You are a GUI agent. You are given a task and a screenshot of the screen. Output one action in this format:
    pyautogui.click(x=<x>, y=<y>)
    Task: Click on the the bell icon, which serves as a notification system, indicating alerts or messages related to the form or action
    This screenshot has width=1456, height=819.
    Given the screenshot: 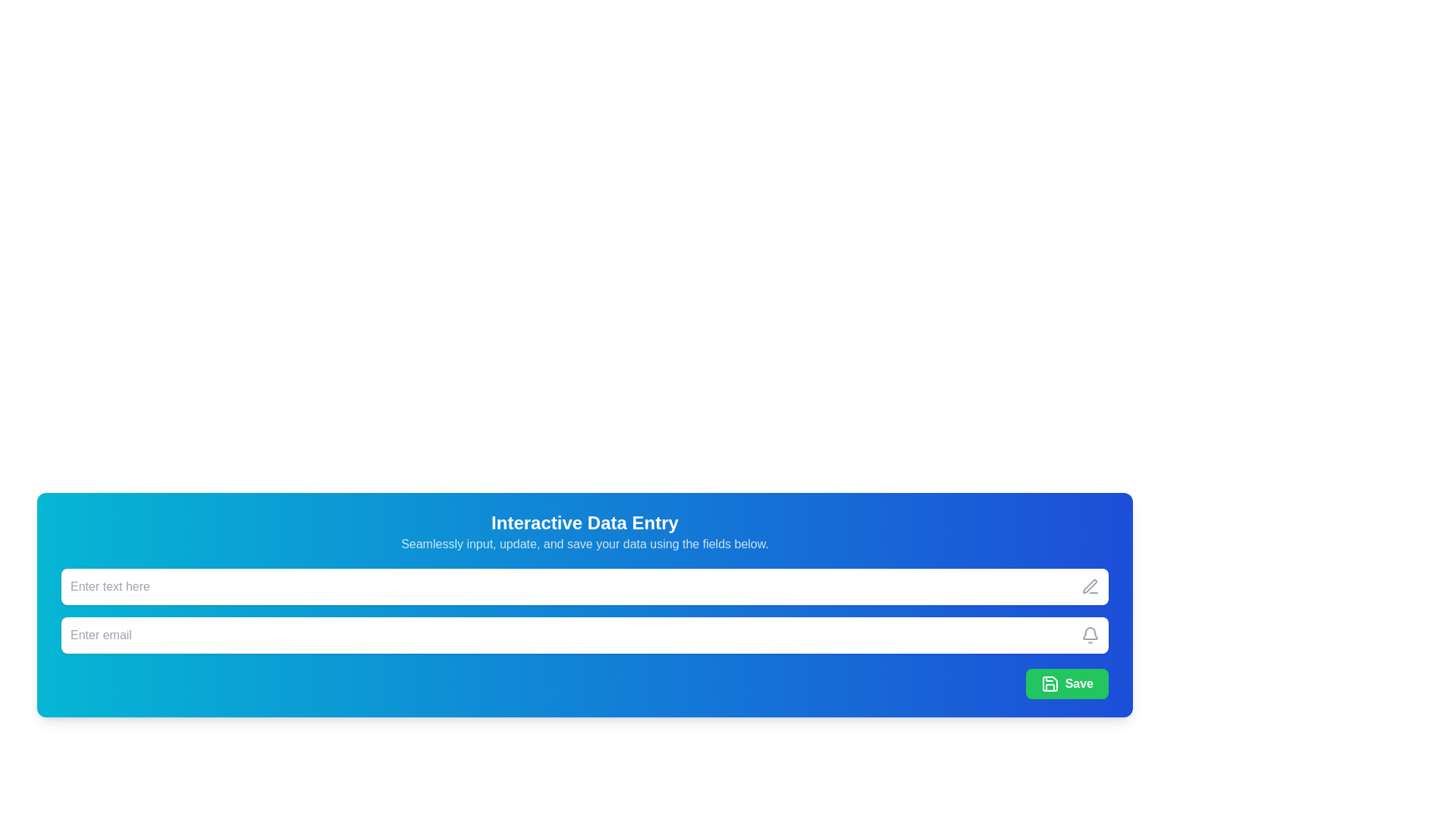 What is the action you would take?
    pyautogui.click(x=1090, y=635)
    